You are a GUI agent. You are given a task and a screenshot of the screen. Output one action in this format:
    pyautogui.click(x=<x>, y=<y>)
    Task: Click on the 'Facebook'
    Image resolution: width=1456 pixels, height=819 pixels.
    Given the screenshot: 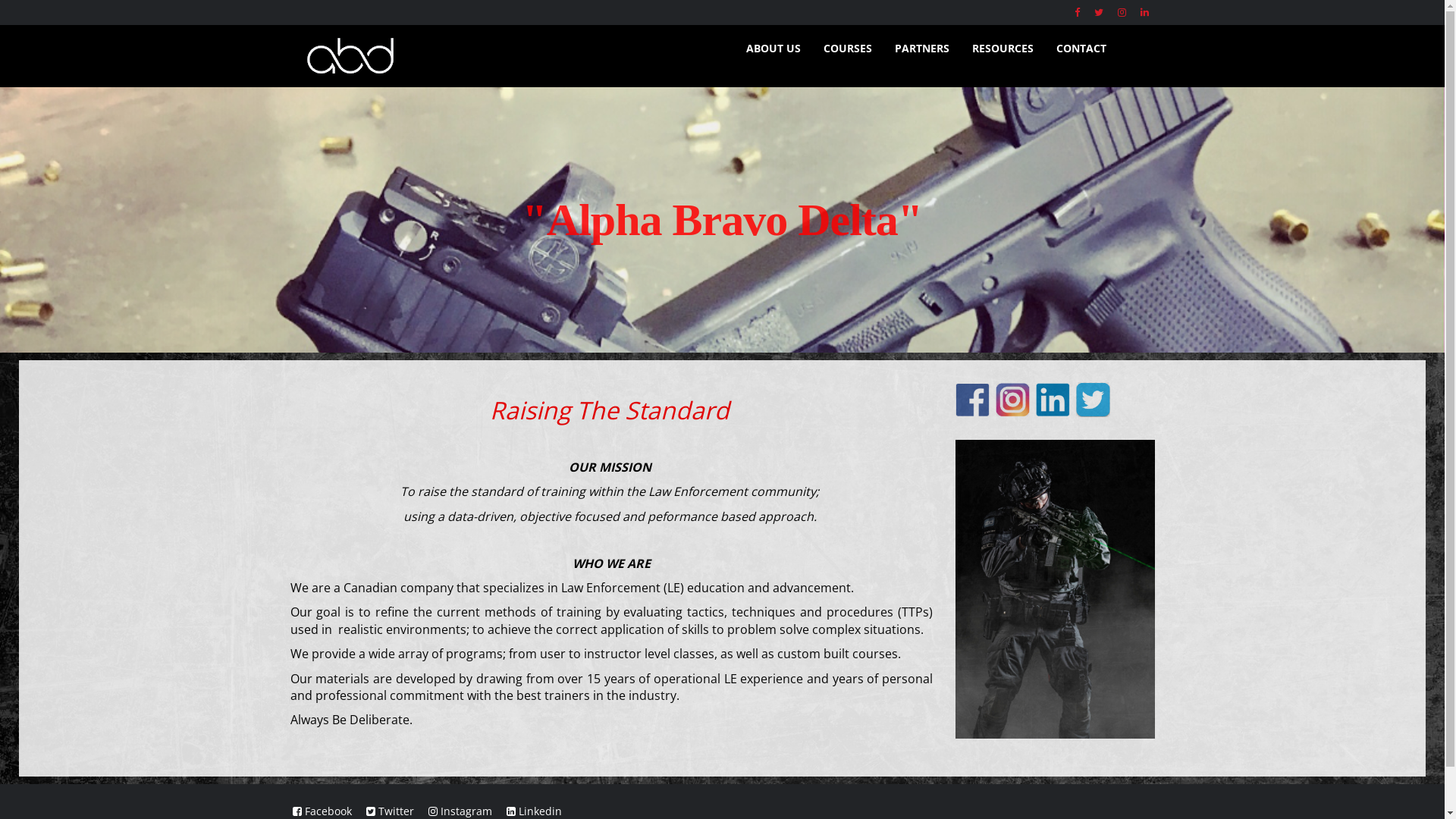 What is the action you would take?
    pyautogui.click(x=322, y=810)
    